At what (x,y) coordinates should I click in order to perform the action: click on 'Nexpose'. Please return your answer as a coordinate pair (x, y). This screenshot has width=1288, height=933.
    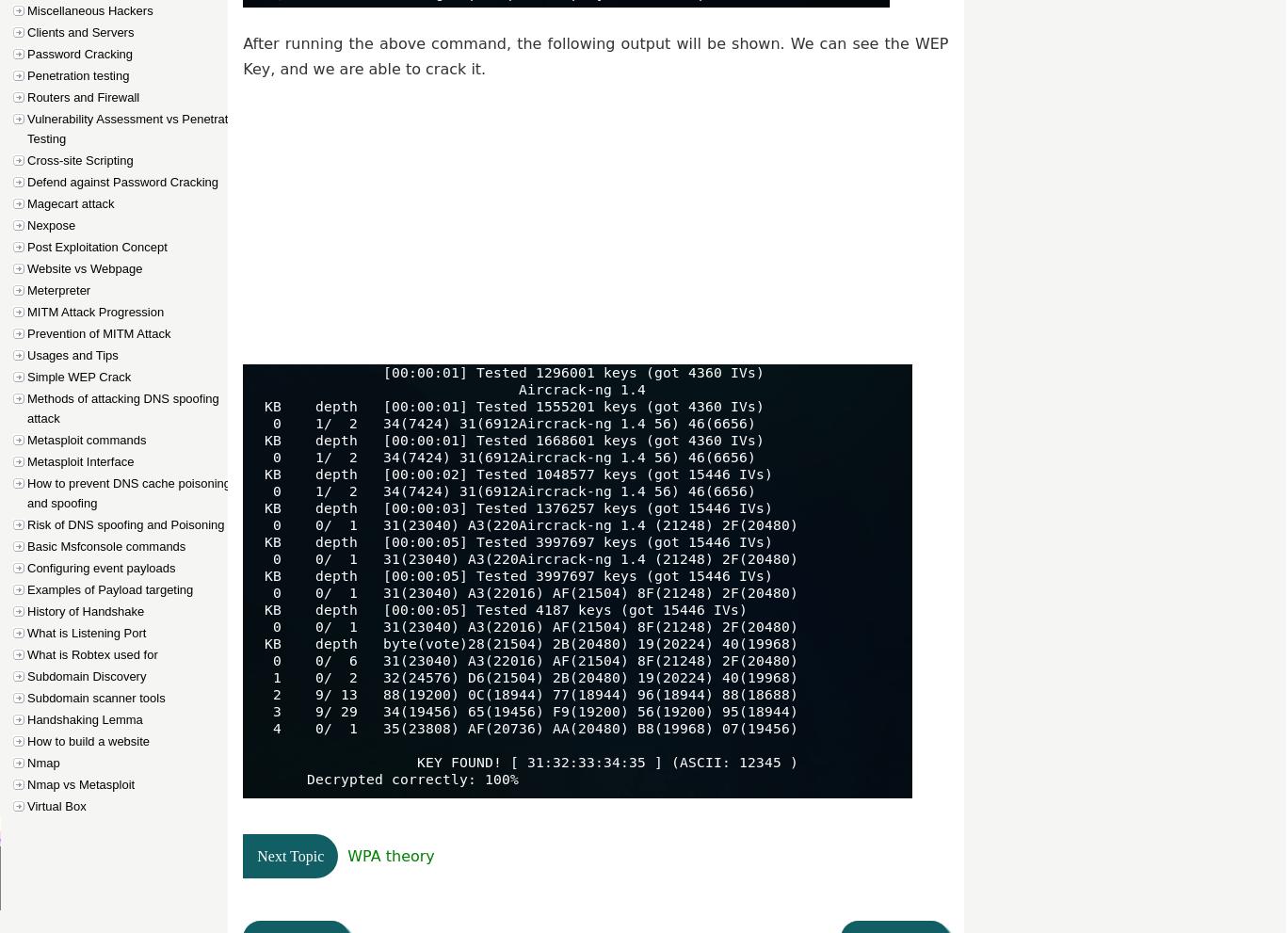
    Looking at the image, I should click on (51, 225).